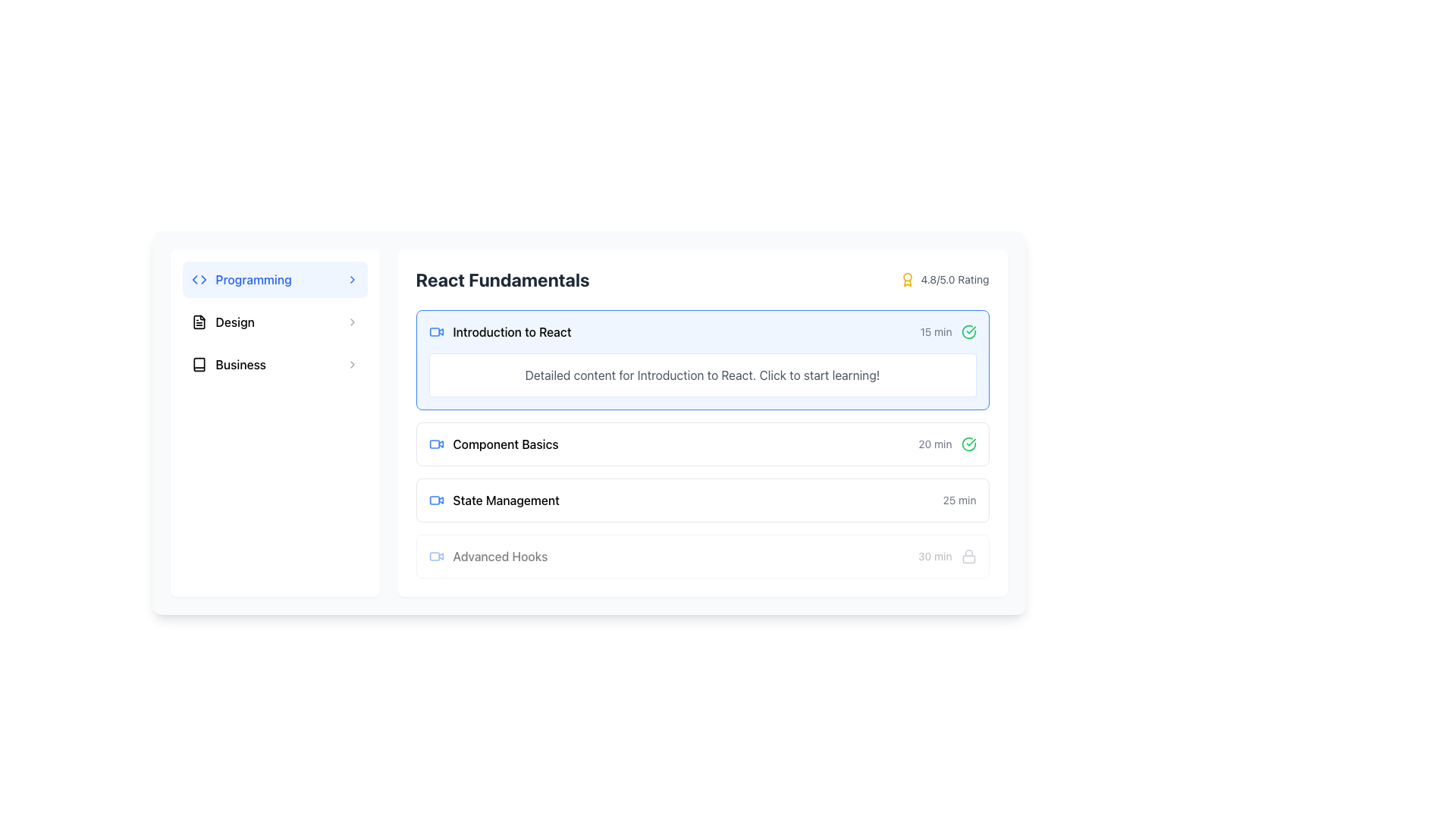  I want to click on the bold text label 'Design' located in the second item of the left-side vertical navigation menu, so click(234, 321).